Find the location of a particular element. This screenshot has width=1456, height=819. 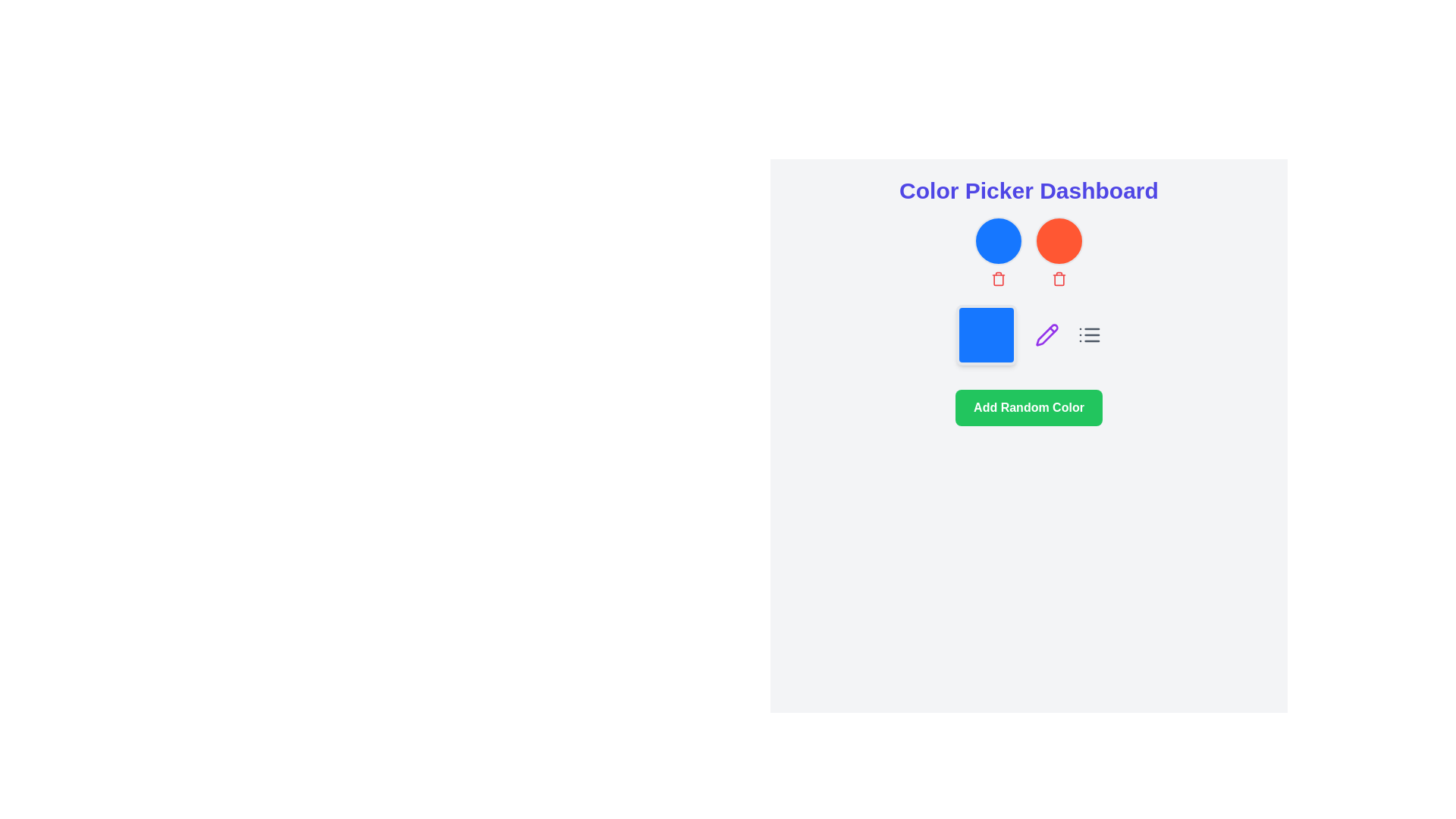

the grouped items consisting of a blue square, a purple pen icon, and a gray list icon, located below the circular color icons and above the 'Add Random Color' button is located at coordinates (1029, 334).